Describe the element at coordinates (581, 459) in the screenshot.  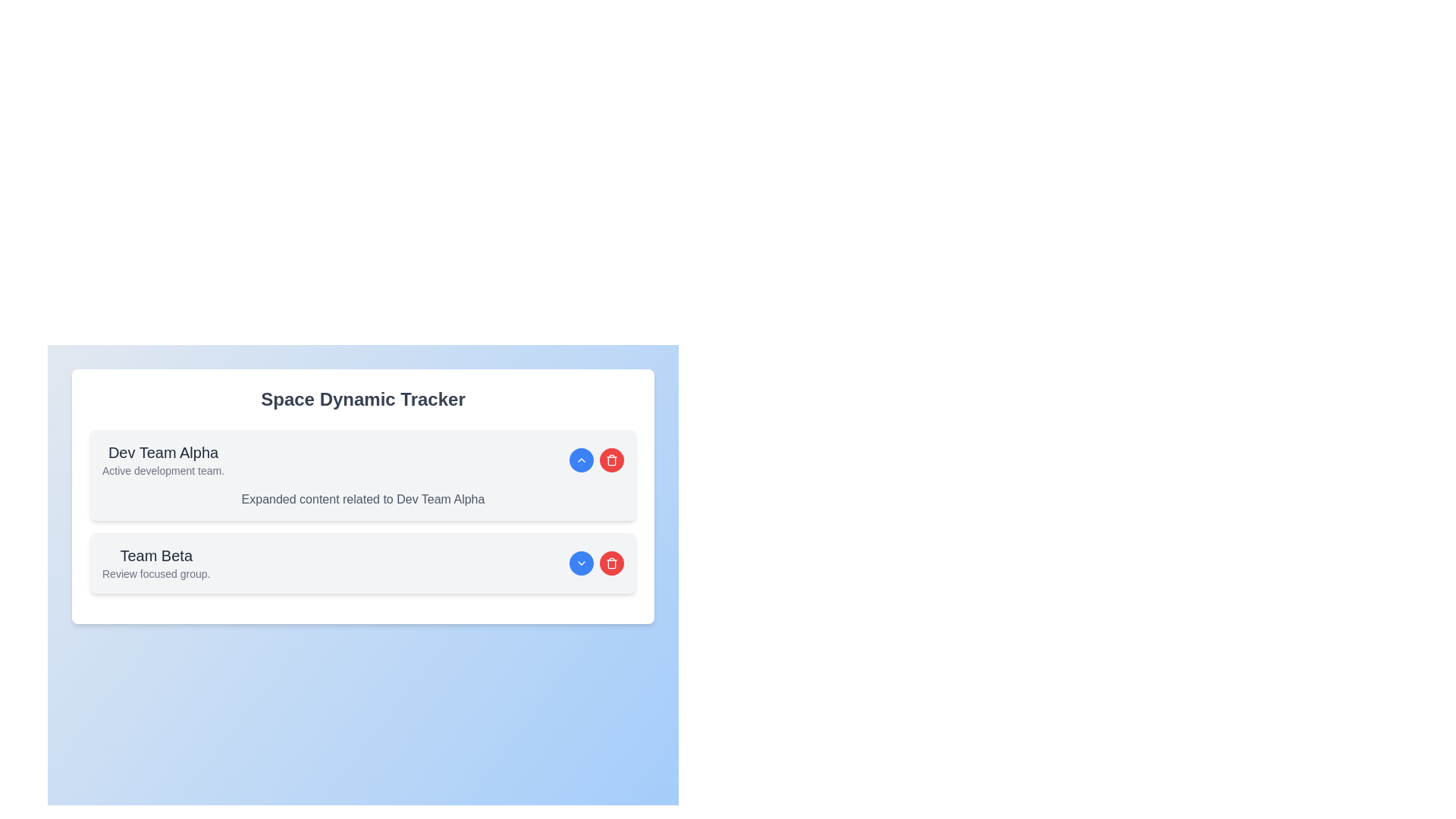
I see `the circular blue button with a white upward-pointing chevron icon, located to the left of a red circular button in the 'Dev Team Alpha' section` at that location.